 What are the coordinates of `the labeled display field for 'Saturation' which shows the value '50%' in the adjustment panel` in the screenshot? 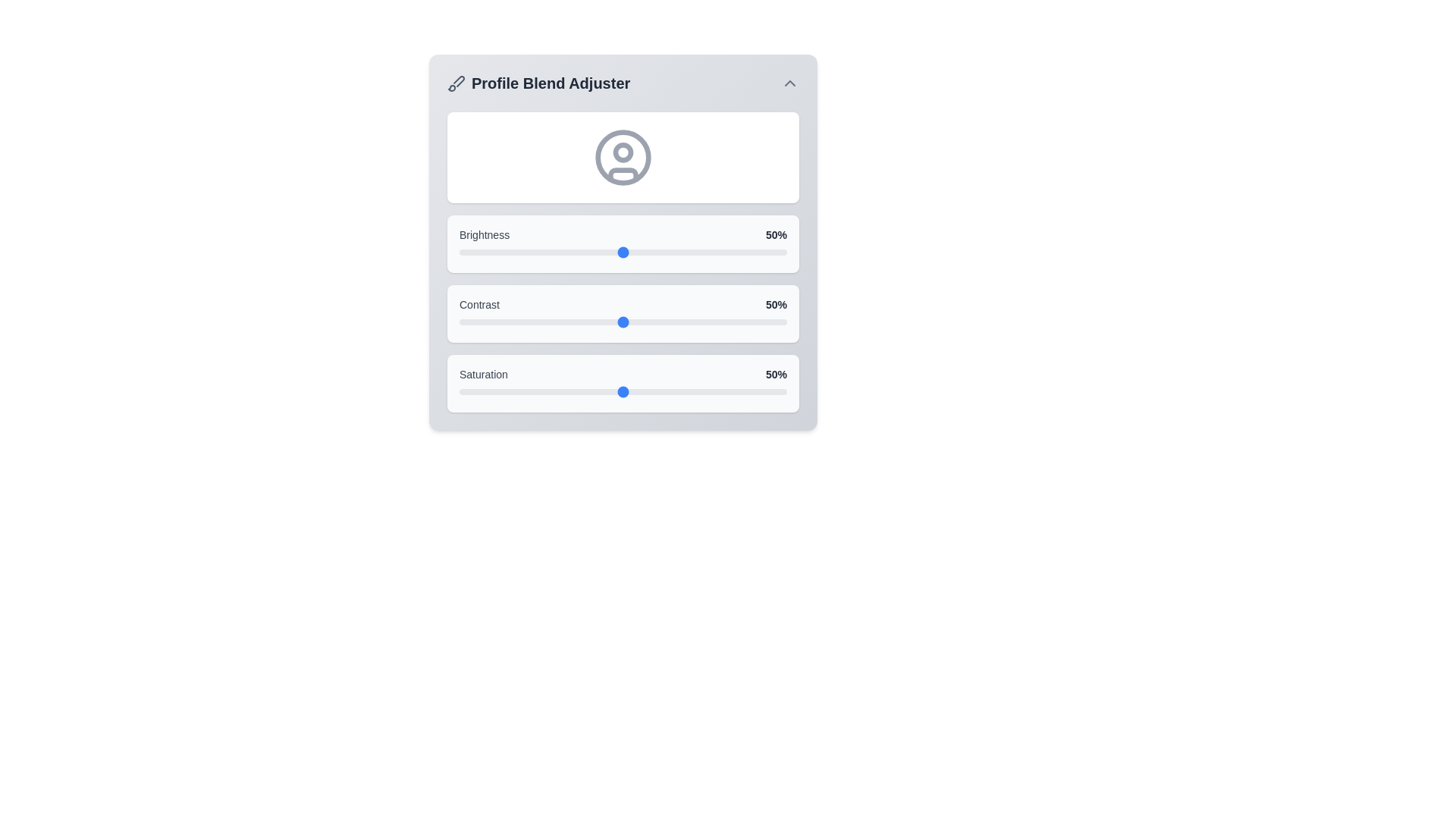 It's located at (623, 374).